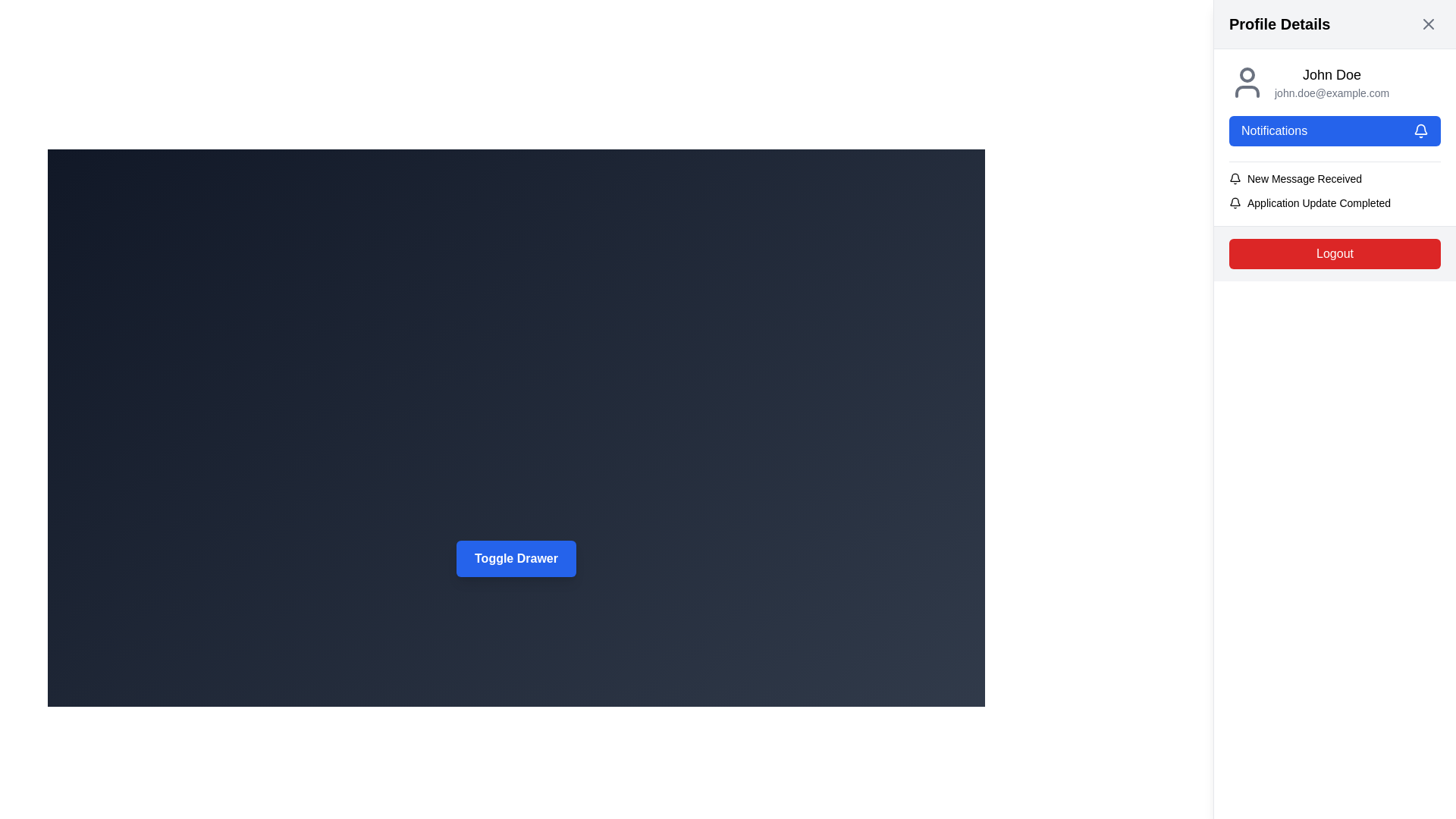 The width and height of the screenshot is (1456, 819). Describe the element at coordinates (1304, 177) in the screenshot. I see `the 'New Message Received' notification text label, which is styled in bold and dark font and is the first item in the notification list under the 'Profile Details' section` at that location.